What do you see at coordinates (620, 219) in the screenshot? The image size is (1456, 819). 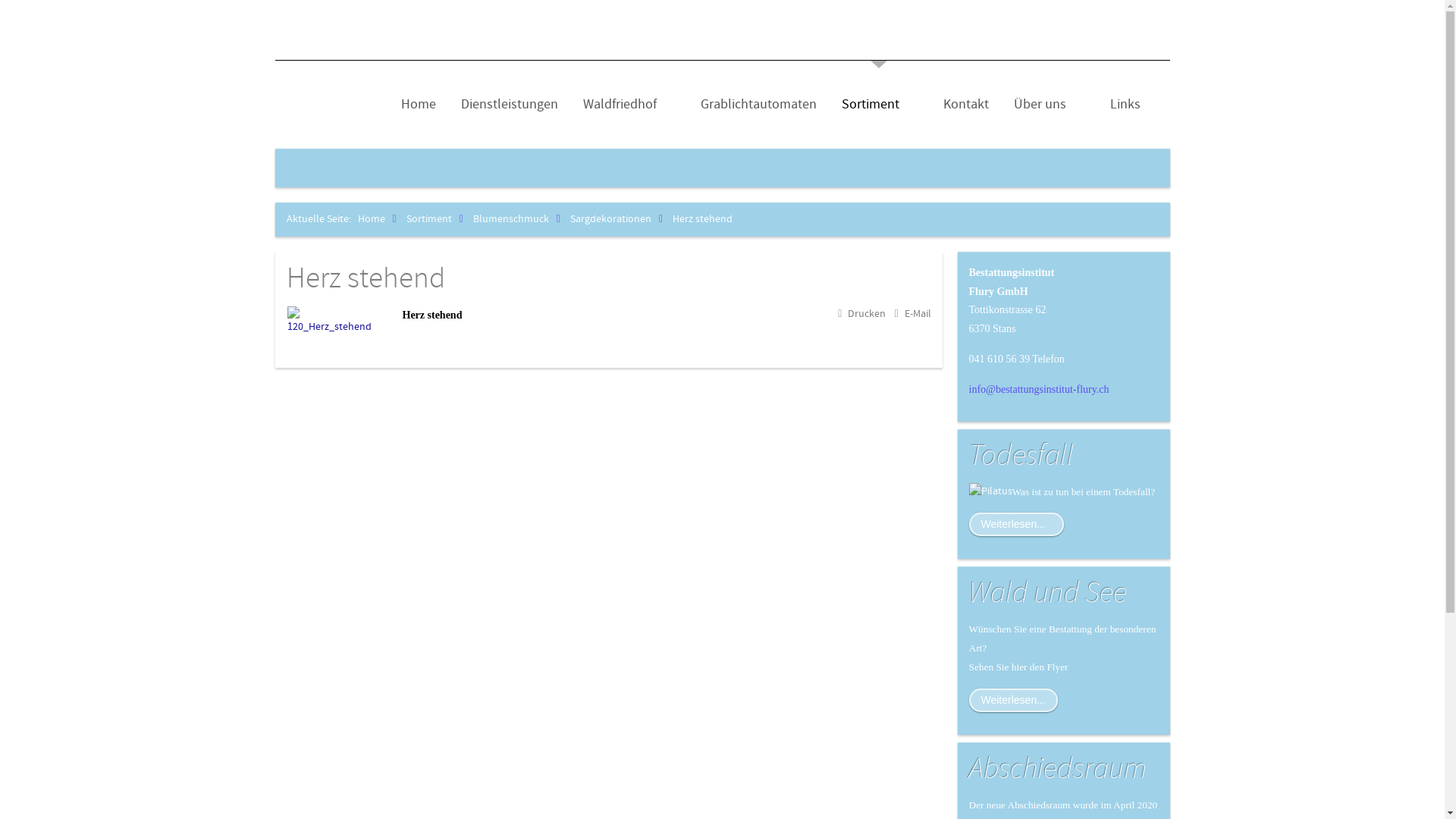 I see `'Sargdekorationen'` at bounding box center [620, 219].